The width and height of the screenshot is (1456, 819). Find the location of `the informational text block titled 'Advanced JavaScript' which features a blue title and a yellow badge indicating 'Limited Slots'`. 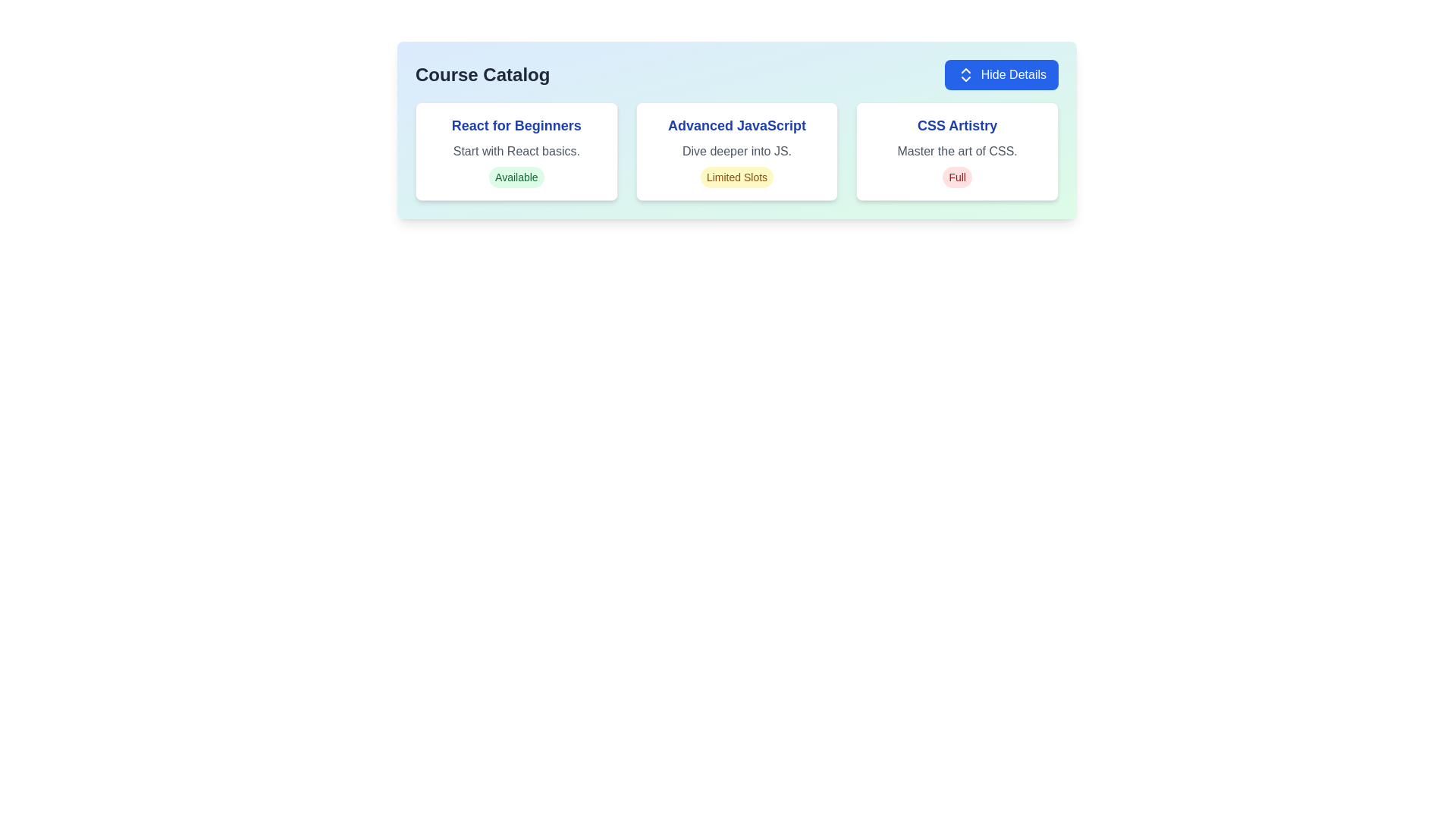

the informational text block titled 'Advanced JavaScript' which features a blue title and a yellow badge indicating 'Limited Slots' is located at coordinates (736, 152).